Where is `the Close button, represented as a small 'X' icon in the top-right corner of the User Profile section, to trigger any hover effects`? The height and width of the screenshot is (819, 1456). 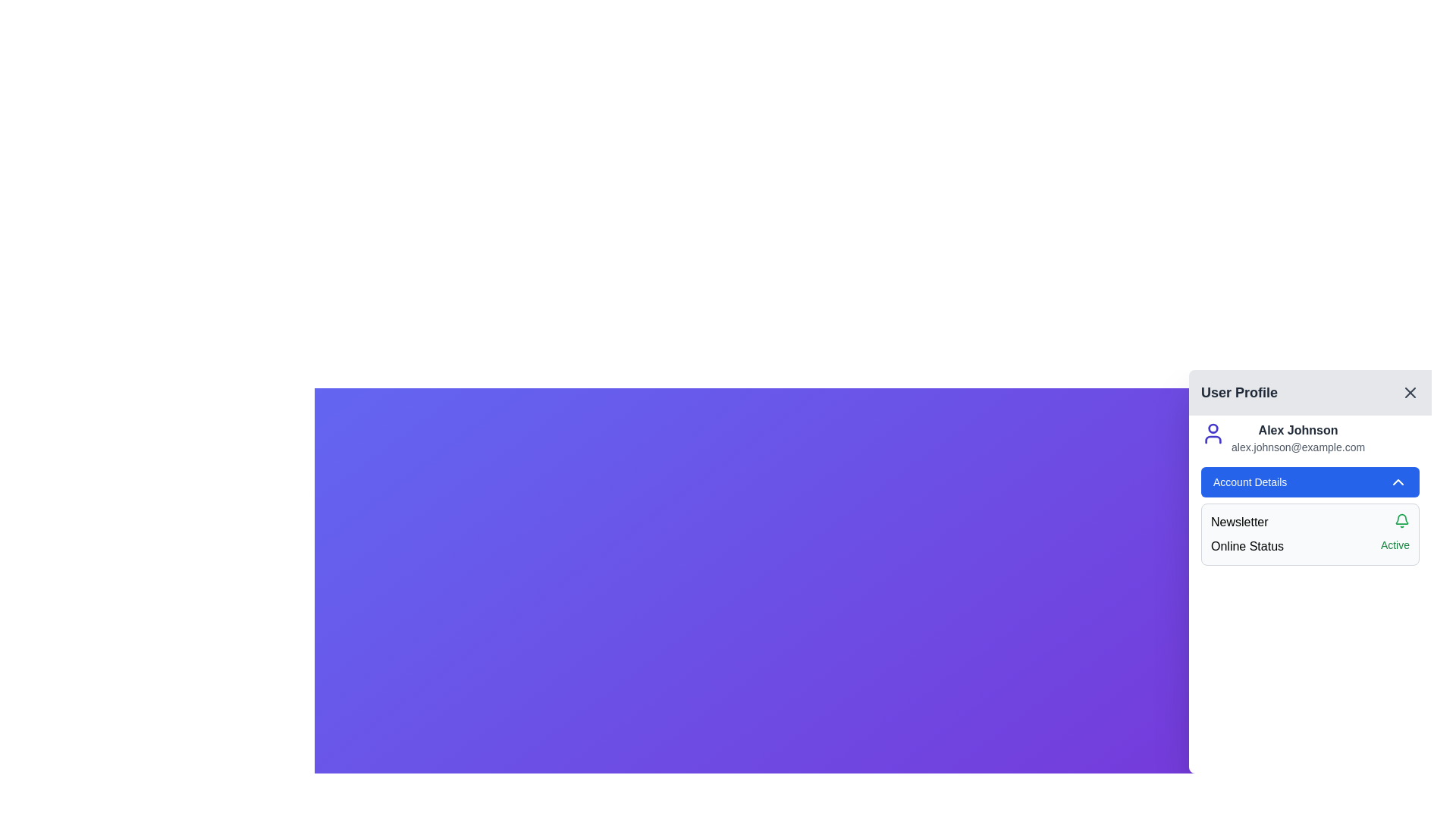 the Close button, represented as a small 'X' icon in the top-right corner of the User Profile section, to trigger any hover effects is located at coordinates (1410, 391).